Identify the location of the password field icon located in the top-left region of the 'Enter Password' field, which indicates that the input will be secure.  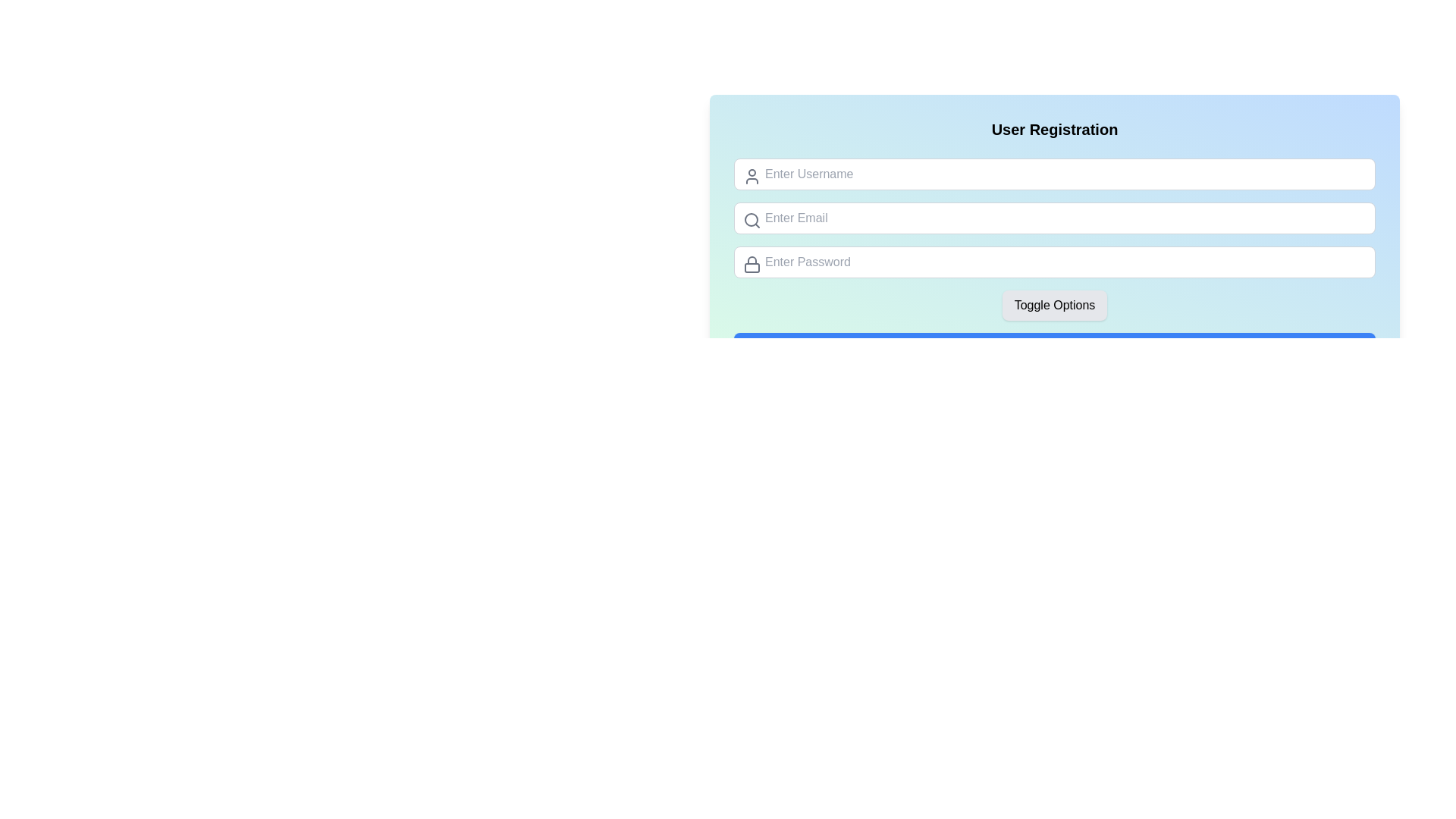
(752, 263).